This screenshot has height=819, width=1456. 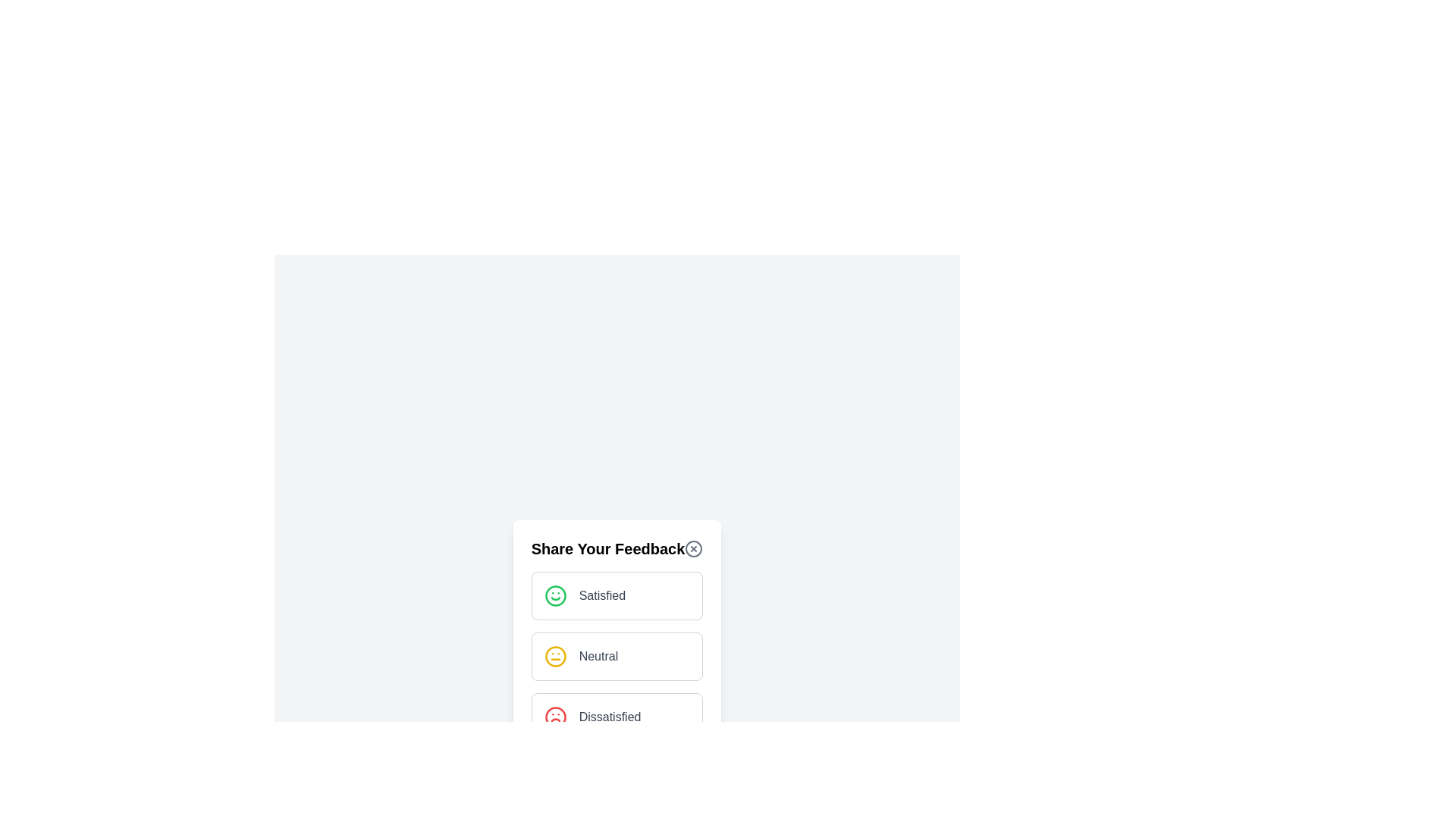 I want to click on the feedback option Neutral to select it, so click(x=617, y=656).